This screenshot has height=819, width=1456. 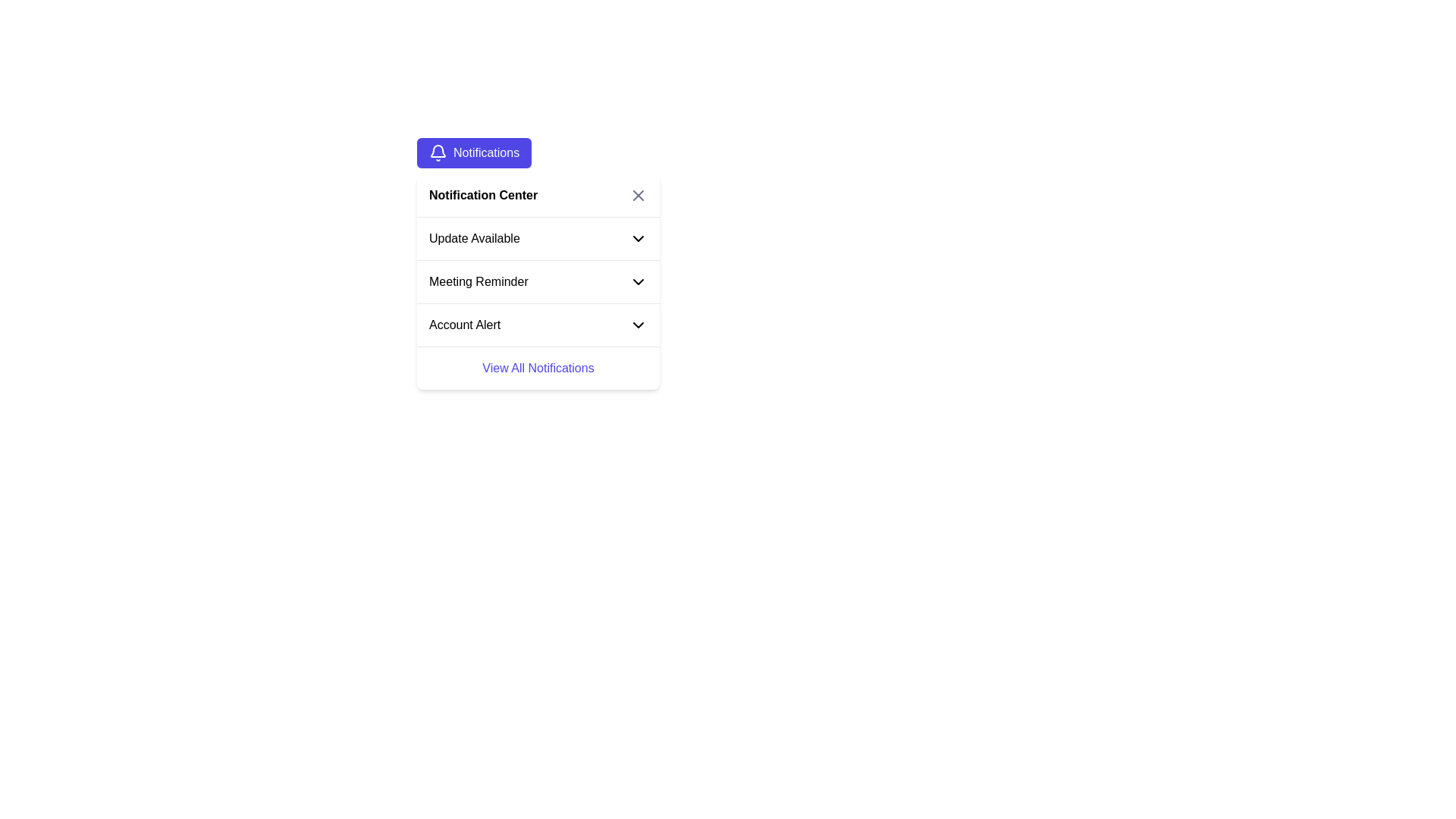 What do you see at coordinates (607, 152) in the screenshot?
I see `the header element that signifies the context of the notifications in the notification pane, located at the top of the section` at bounding box center [607, 152].